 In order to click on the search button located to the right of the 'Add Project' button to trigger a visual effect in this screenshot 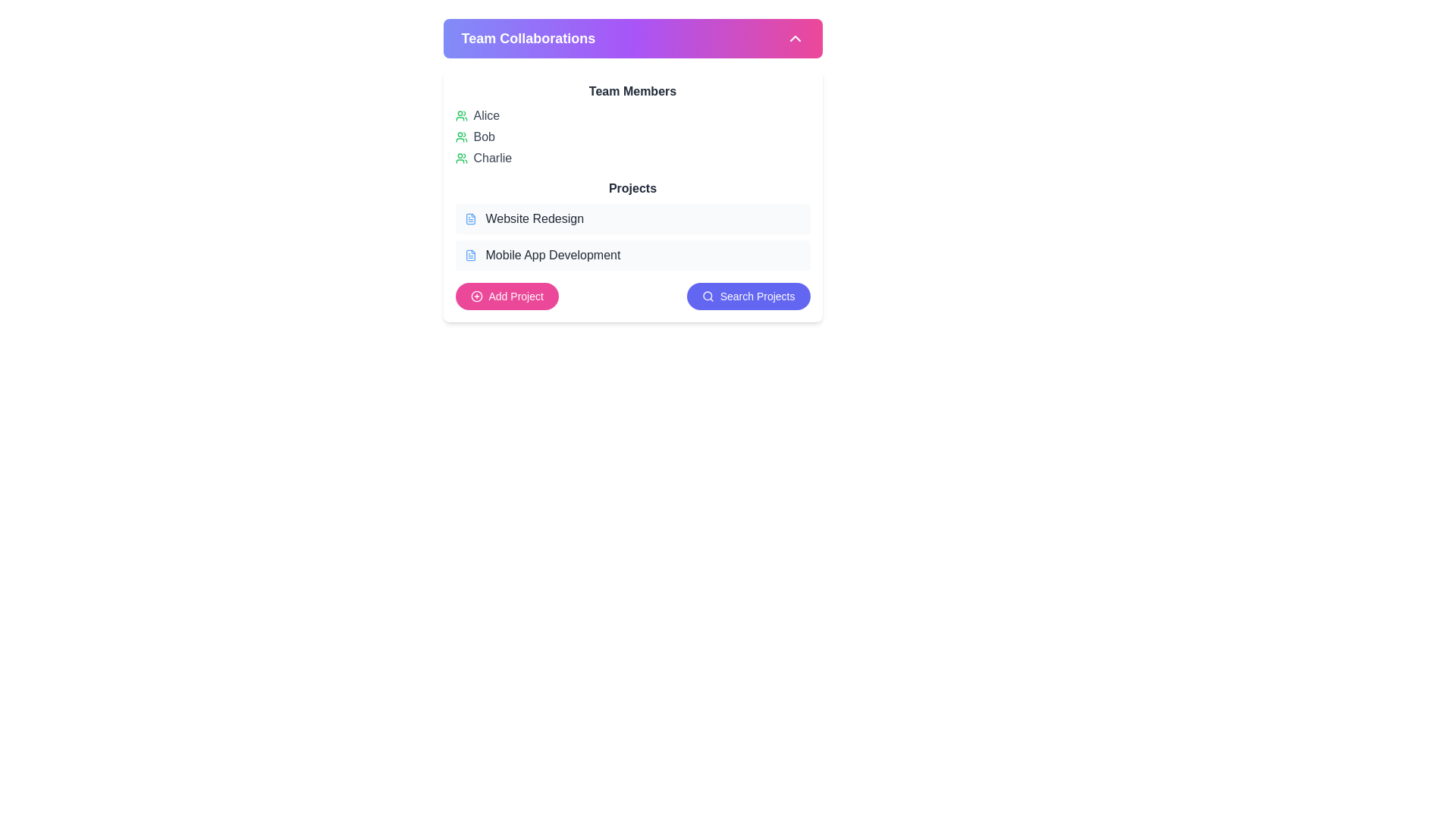, I will do `click(748, 296)`.